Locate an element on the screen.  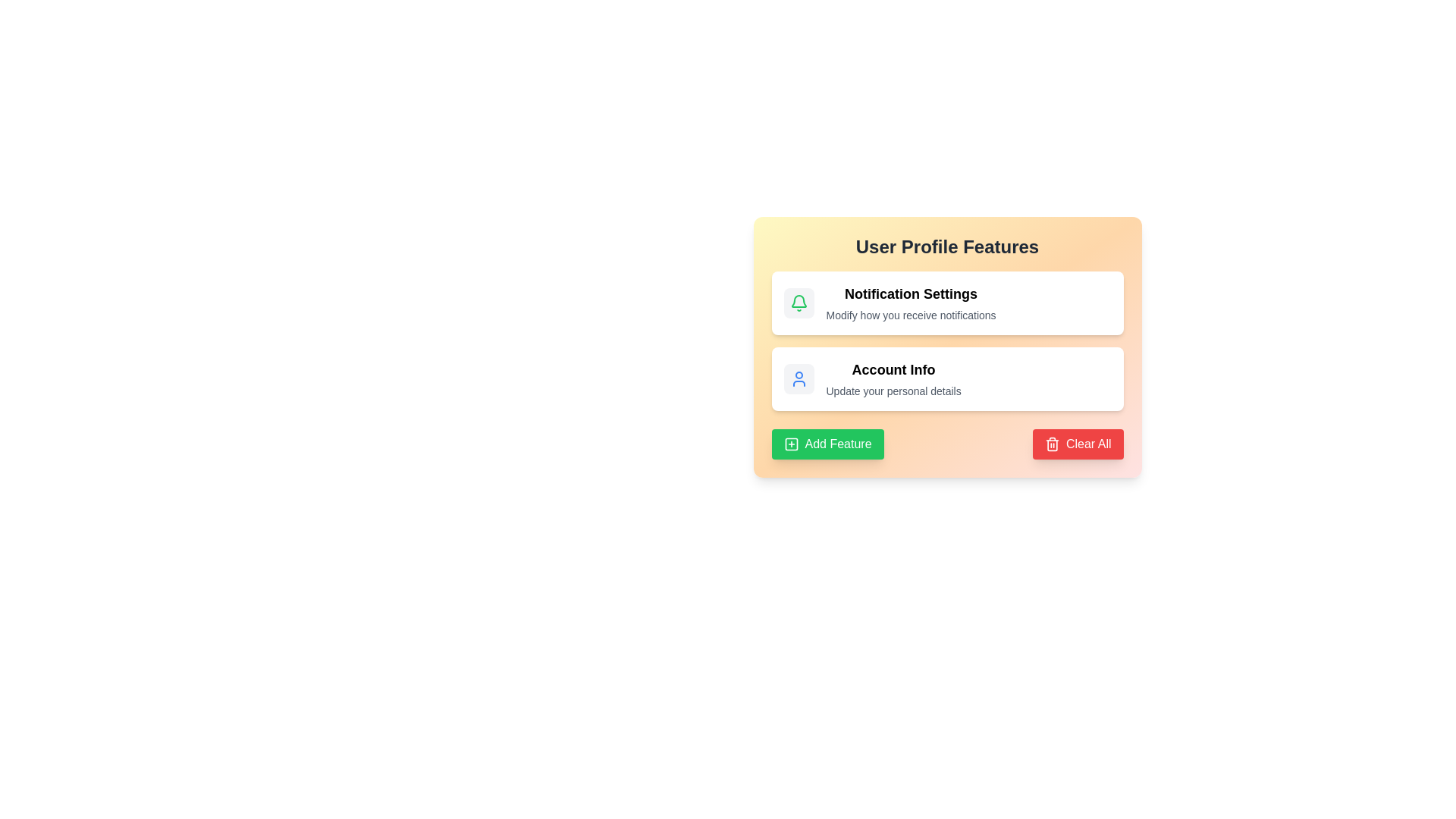
the descriptive header Label for updating user account information, which is located at the center of the user profile features card, just above the text 'Update your personal details' is located at coordinates (893, 370).